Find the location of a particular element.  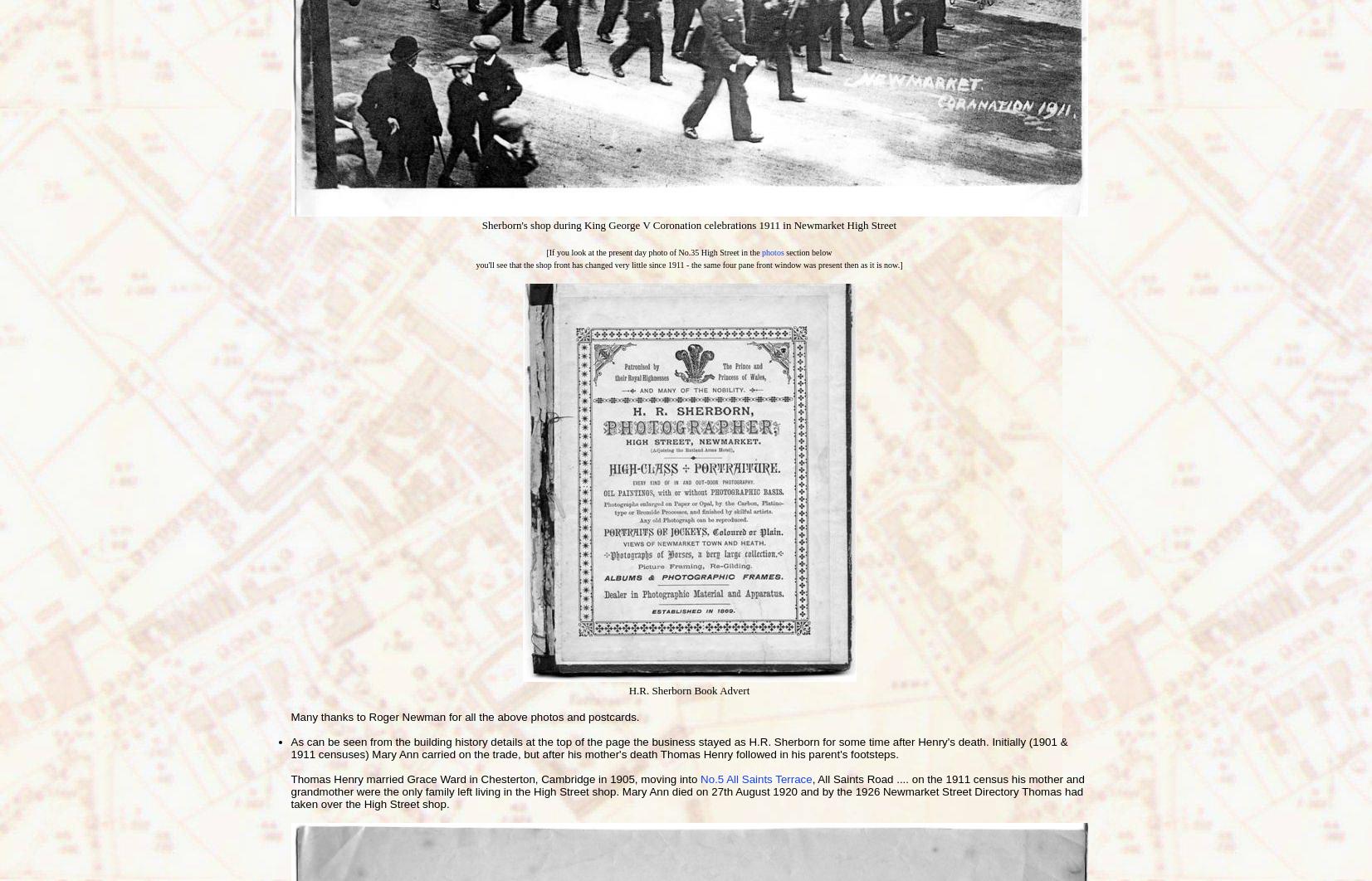

'H.R. Sherborn Book Advert' is located at coordinates (688, 689).